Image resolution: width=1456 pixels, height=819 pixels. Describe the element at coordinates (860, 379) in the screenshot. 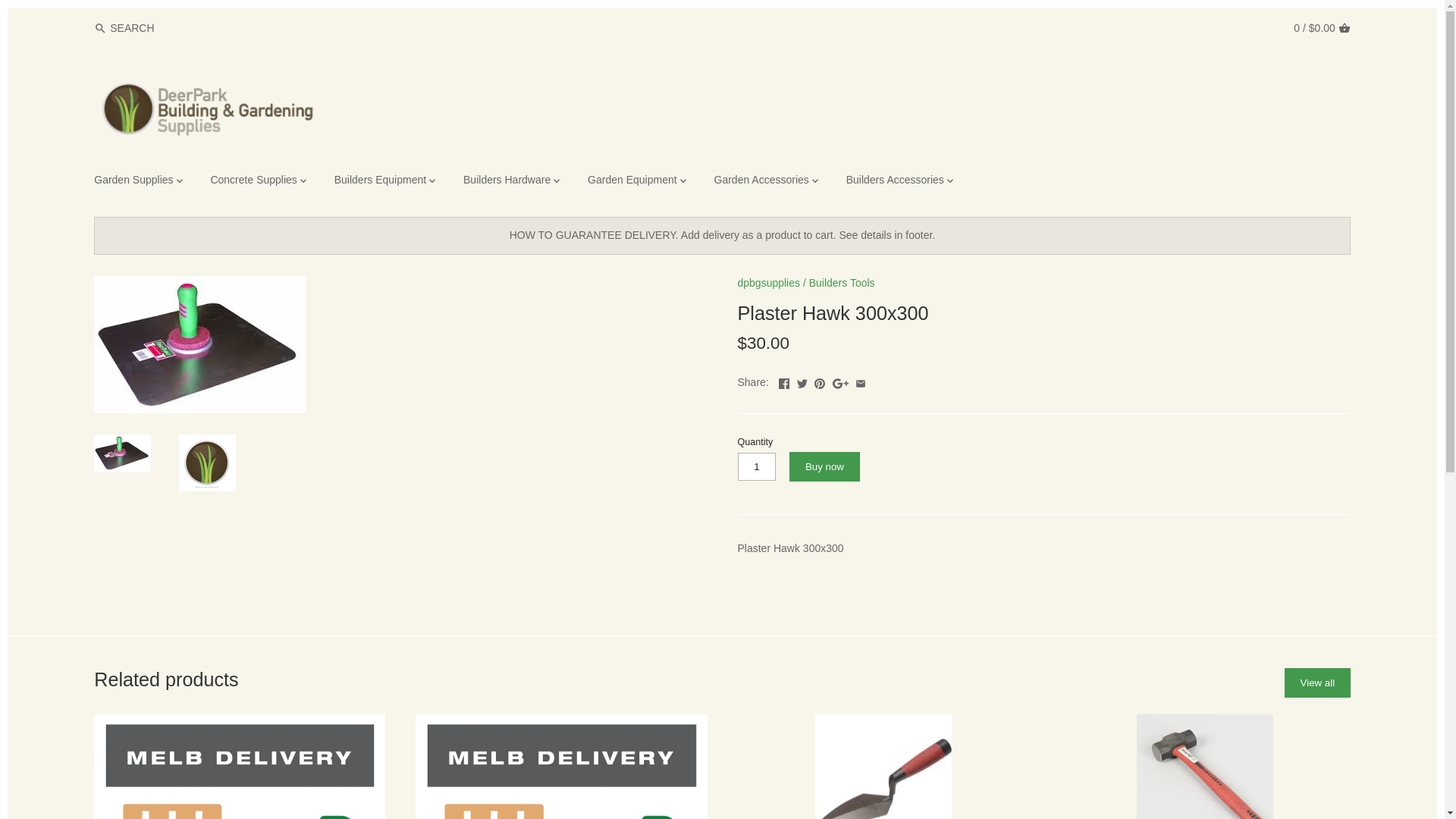

I see `'Email'` at that location.